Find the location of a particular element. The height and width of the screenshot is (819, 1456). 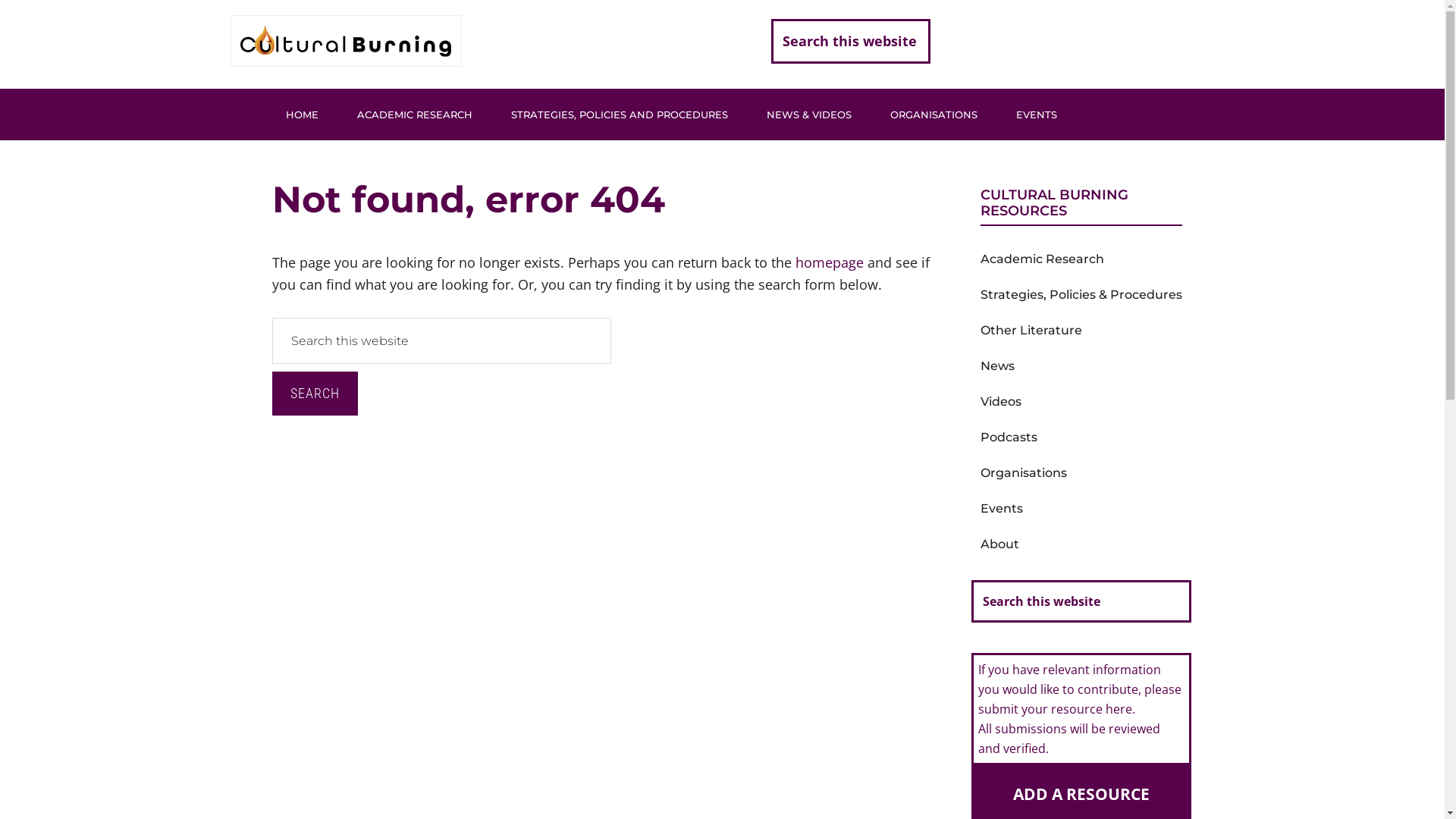

'Skip to main content' is located at coordinates (0, 0).